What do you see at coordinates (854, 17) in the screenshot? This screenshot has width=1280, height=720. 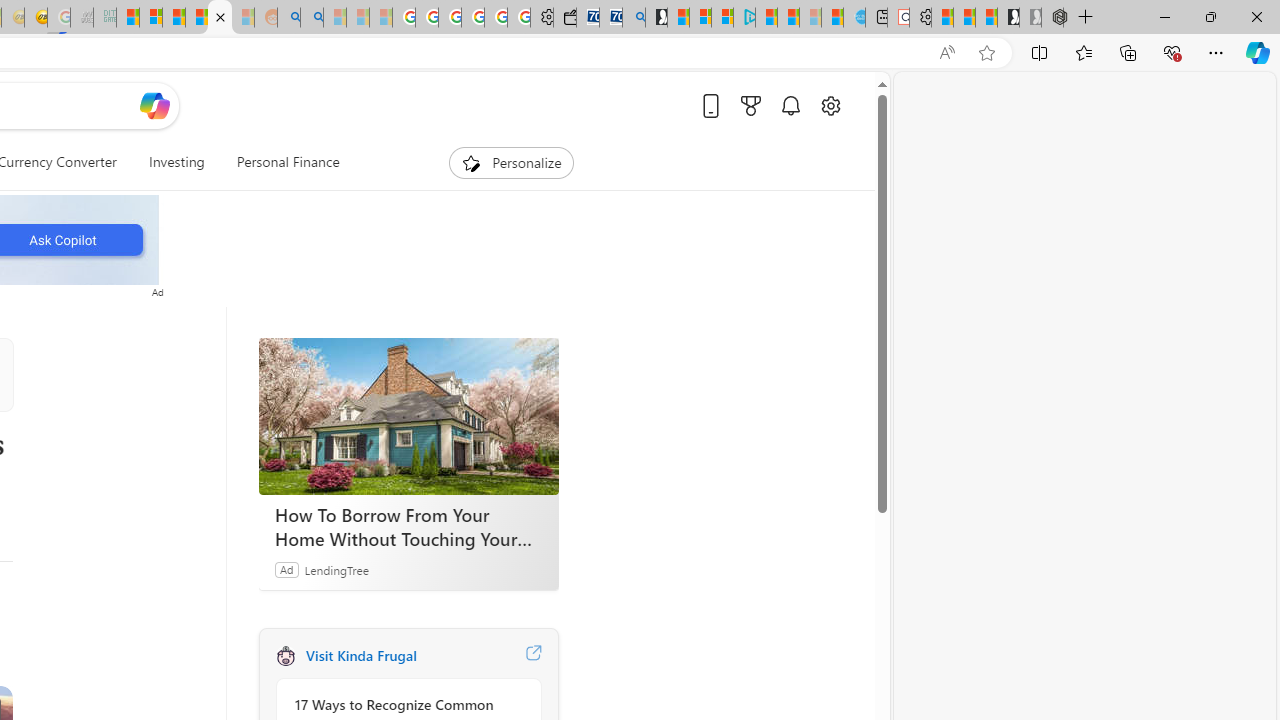 I see `'Home | Sky Blue Bikes - Sky Blue Bikes'` at bounding box center [854, 17].